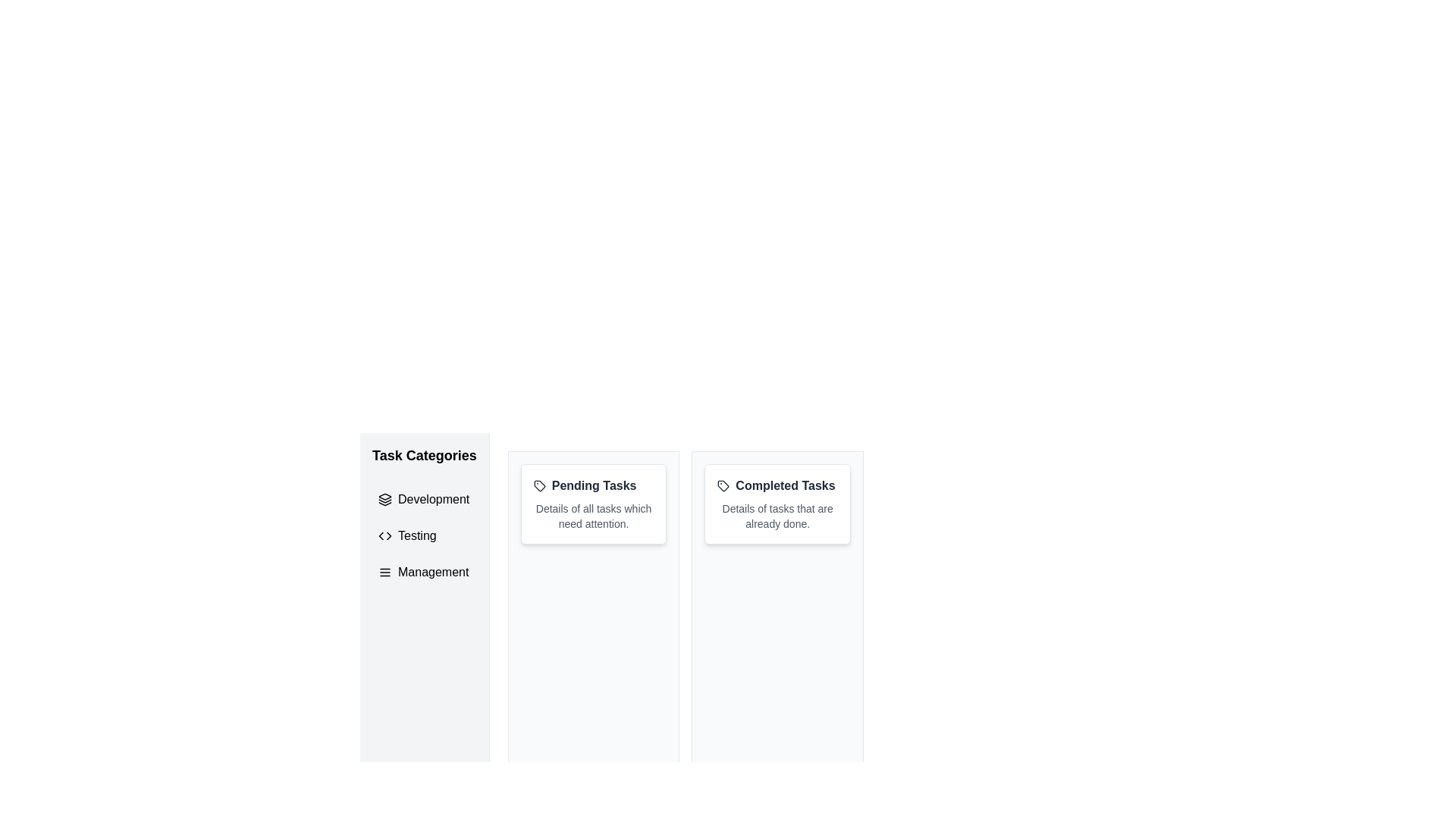  I want to click on descriptive information provided by the label within the 'Pending Tasks' card, which clarifies its contents and purpose, so click(592, 516).